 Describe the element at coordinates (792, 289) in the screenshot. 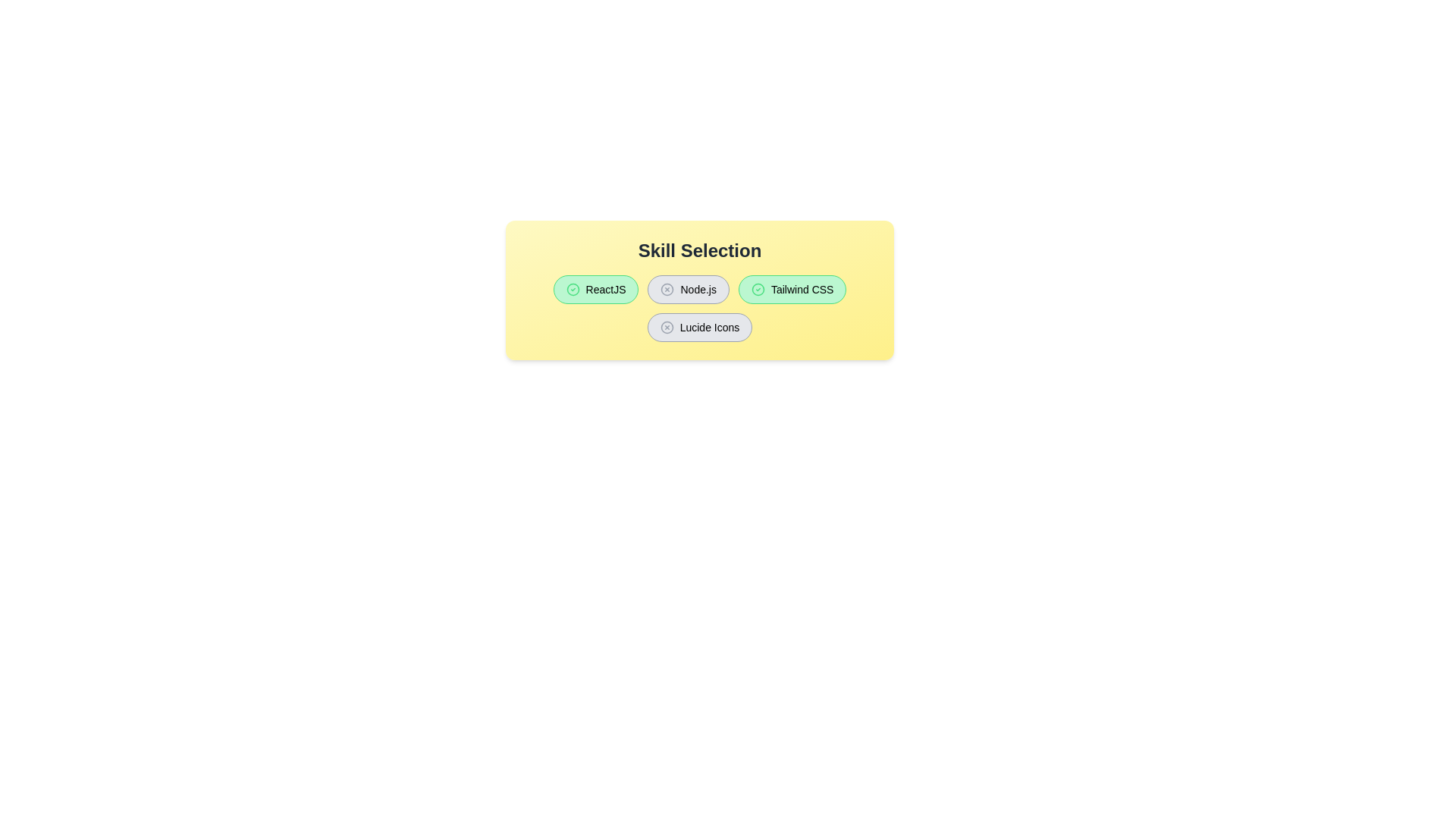

I see `the button labeled Tailwind CSS to observe the hover effect` at that location.